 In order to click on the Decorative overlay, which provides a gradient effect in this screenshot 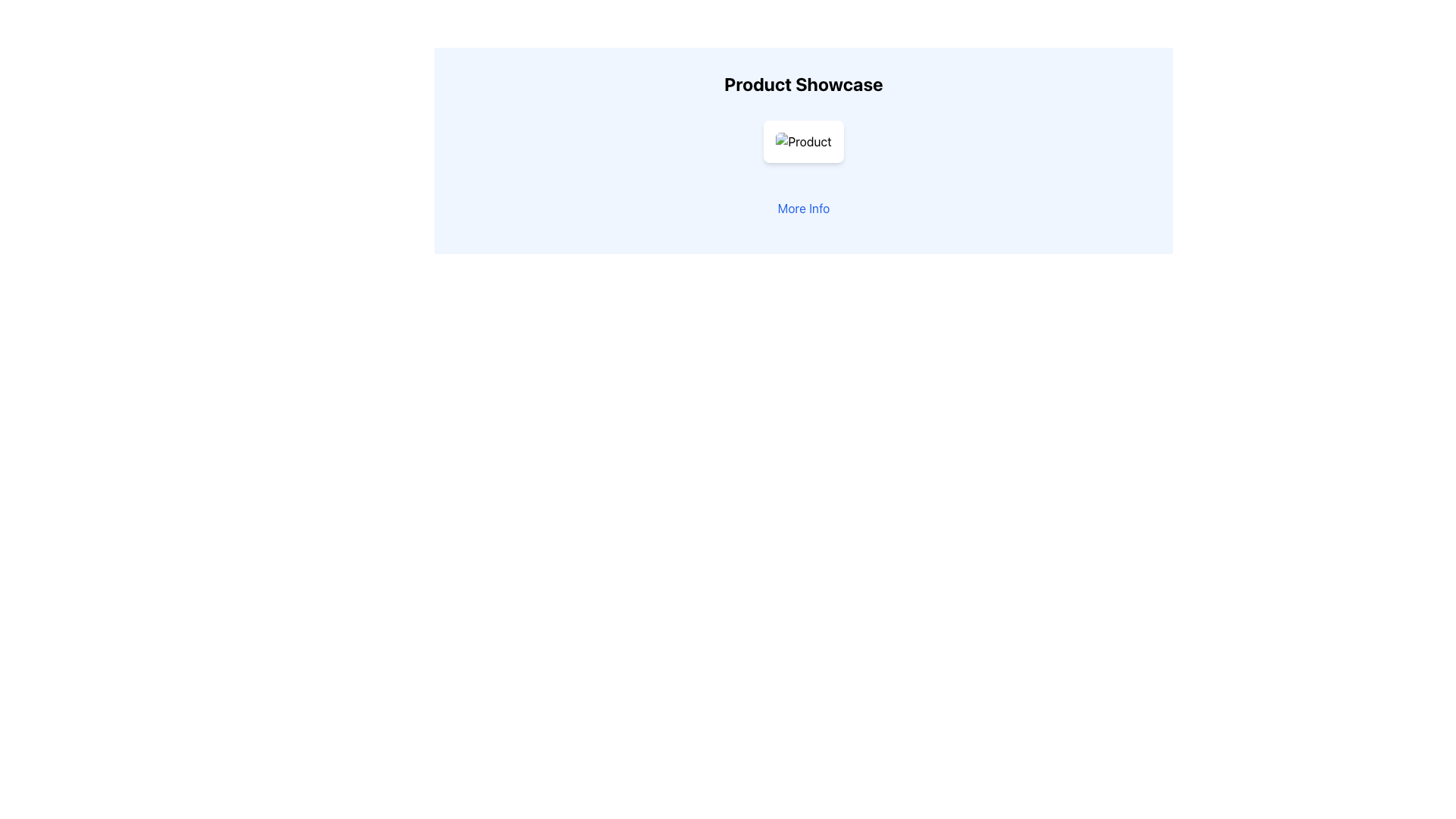, I will do `click(803, 137)`.